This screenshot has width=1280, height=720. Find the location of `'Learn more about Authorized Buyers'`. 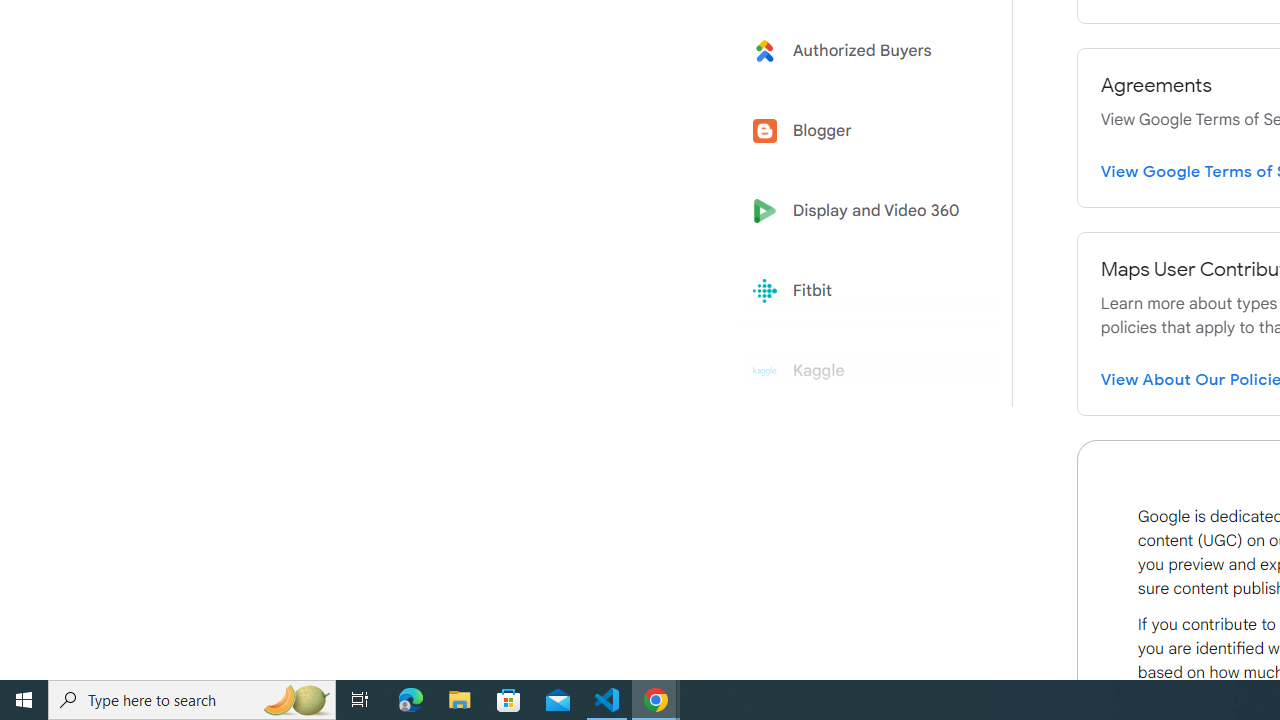

'Learn more about Authorized Buyers' is located at coordinates (862, 49).